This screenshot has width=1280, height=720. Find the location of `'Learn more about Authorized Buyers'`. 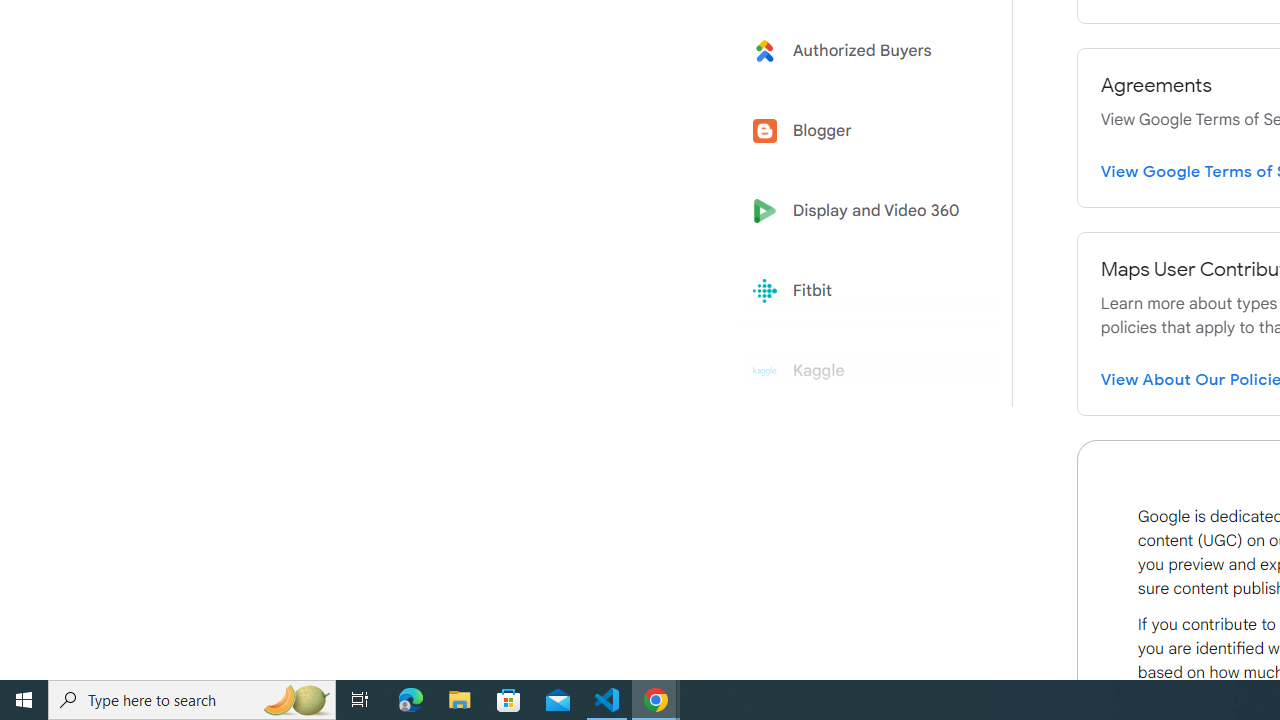

'Learn more about Authorized Buyers' is located at coordinates (862, 49).